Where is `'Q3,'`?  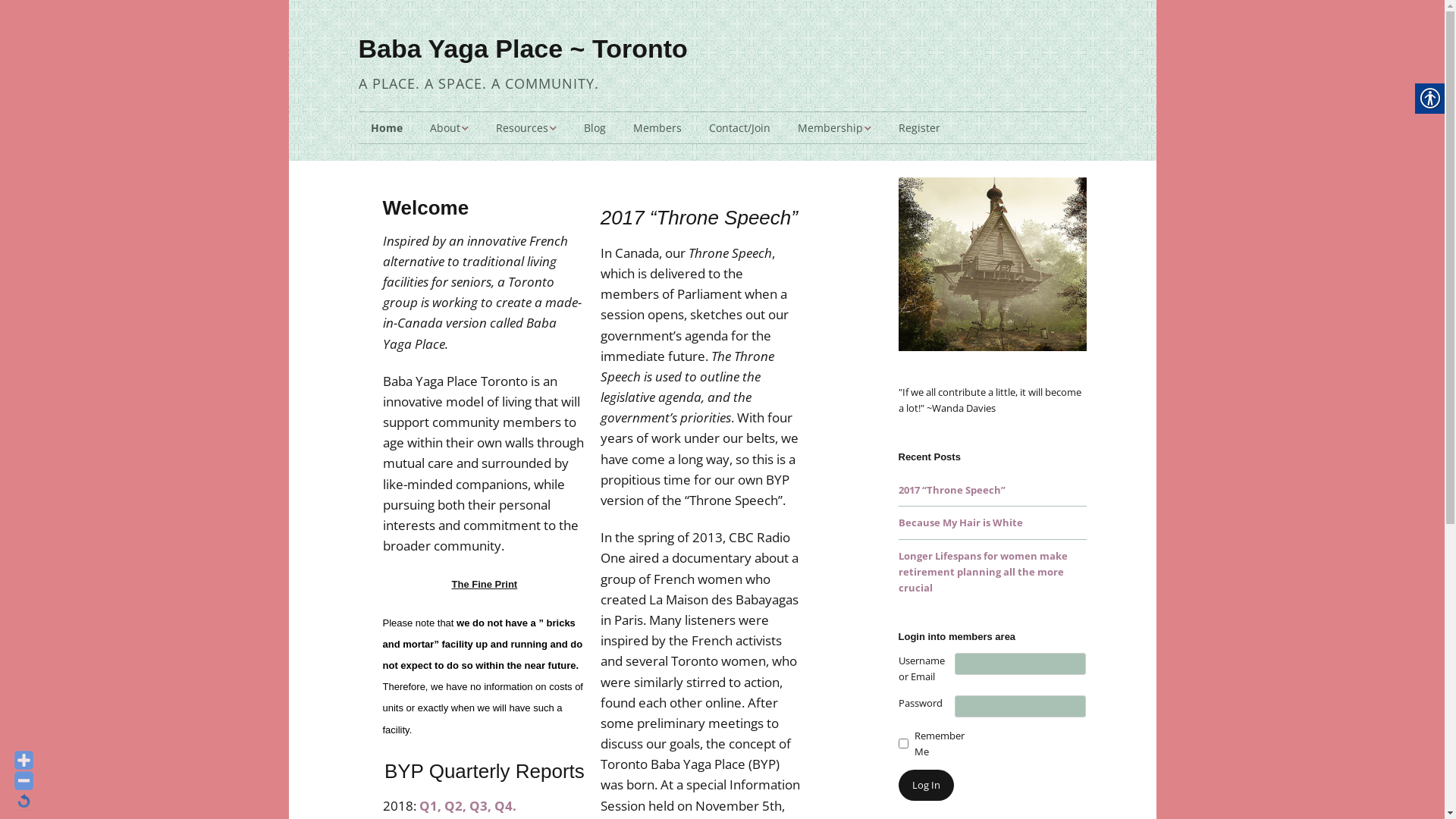
'Q3,' is located at coordinates (468, 805).